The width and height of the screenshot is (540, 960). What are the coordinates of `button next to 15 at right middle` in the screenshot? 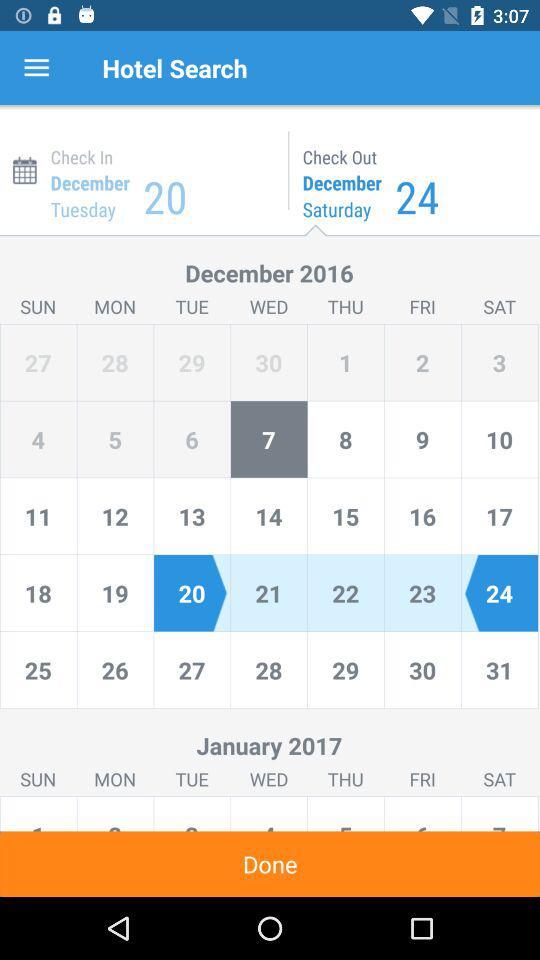 It's located at (421, 515).